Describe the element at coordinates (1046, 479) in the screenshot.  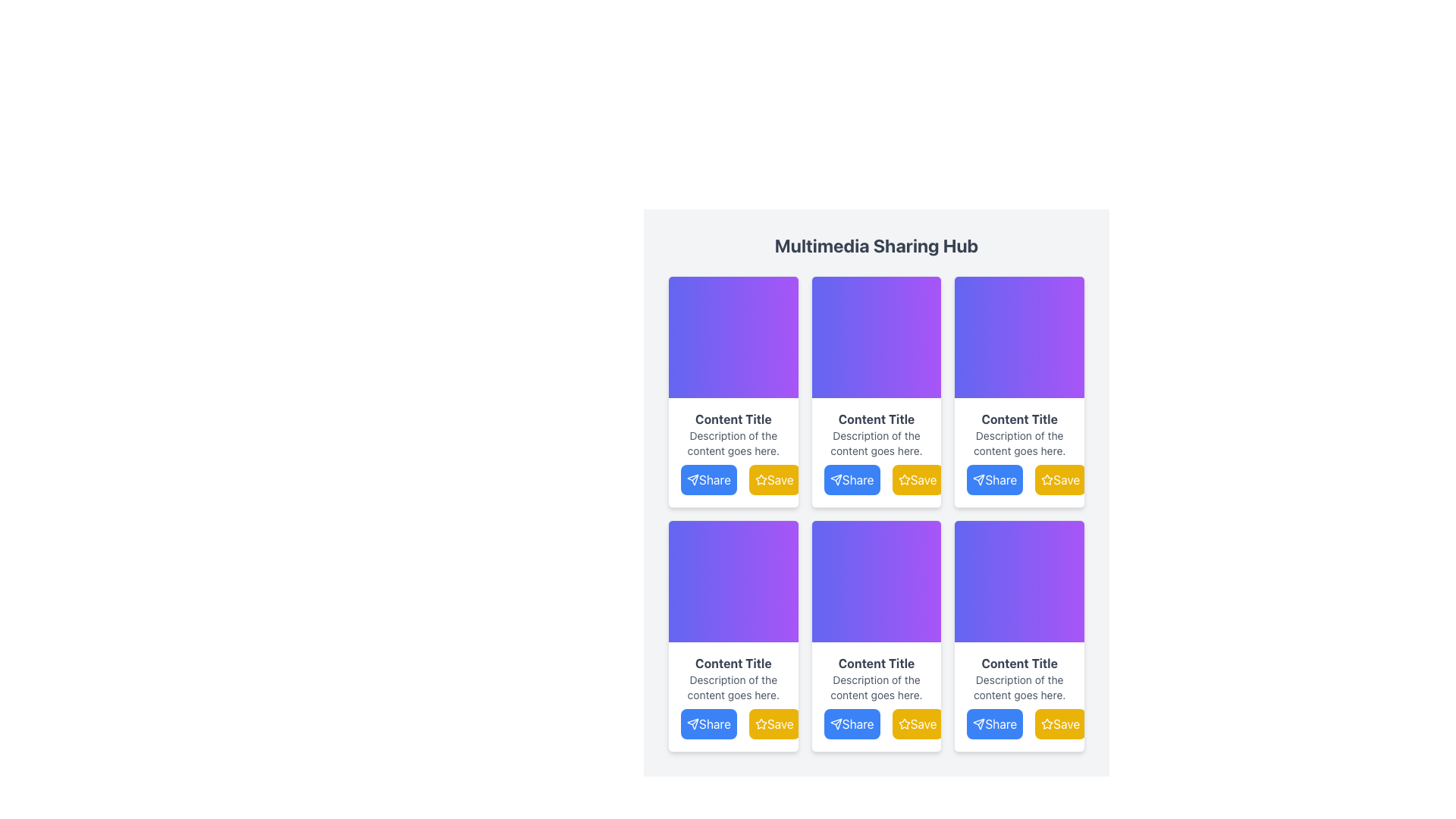
I see `the yellow star-shaped icon within the Save button` at that location.